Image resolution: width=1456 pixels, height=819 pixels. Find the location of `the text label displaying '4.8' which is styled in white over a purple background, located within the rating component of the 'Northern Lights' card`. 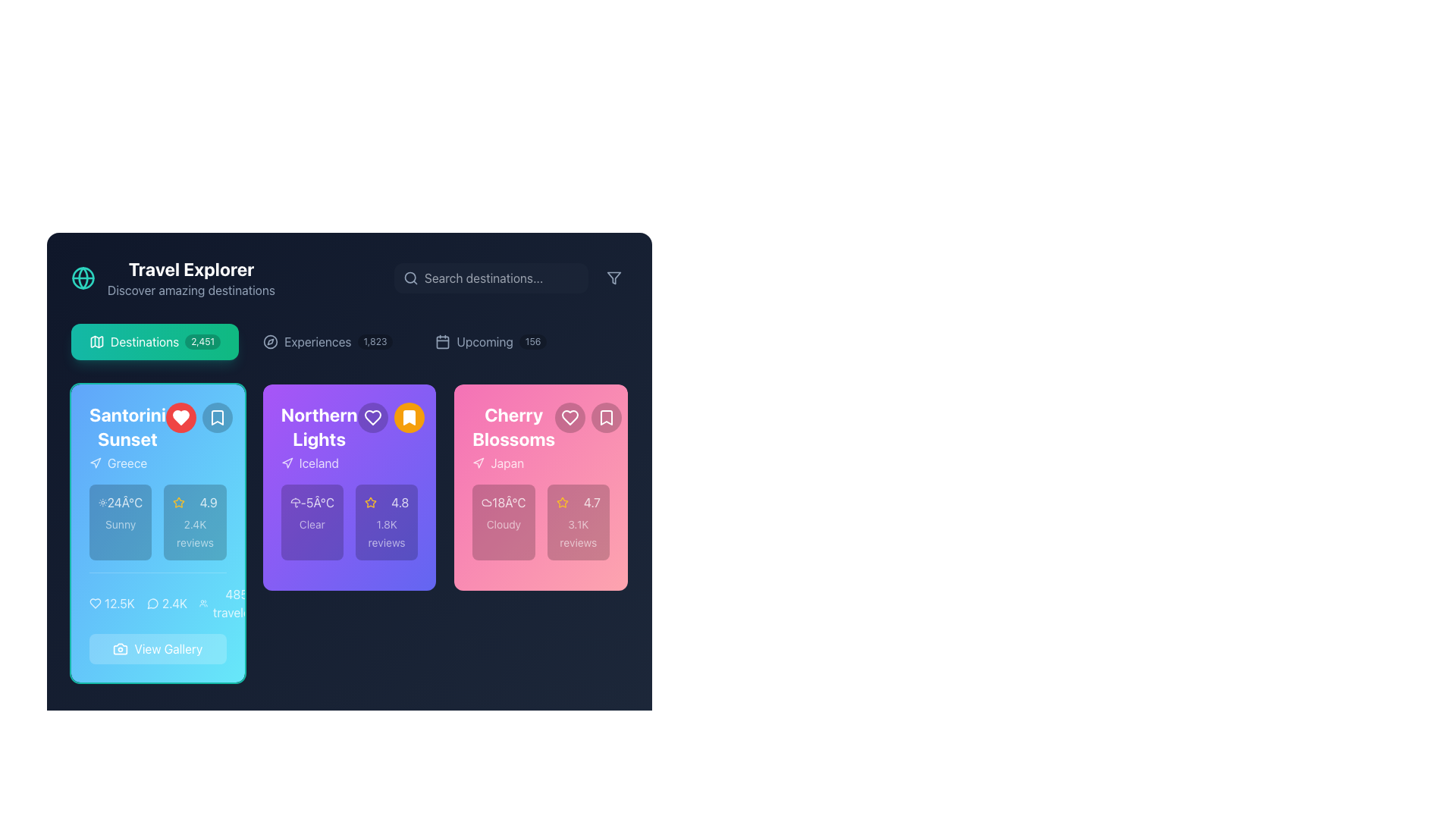

the text label displaying '4.8' which is styled in white over a purple background, located within the rating component of the 'Northern Lights' card is located at coordinates (400, 503).